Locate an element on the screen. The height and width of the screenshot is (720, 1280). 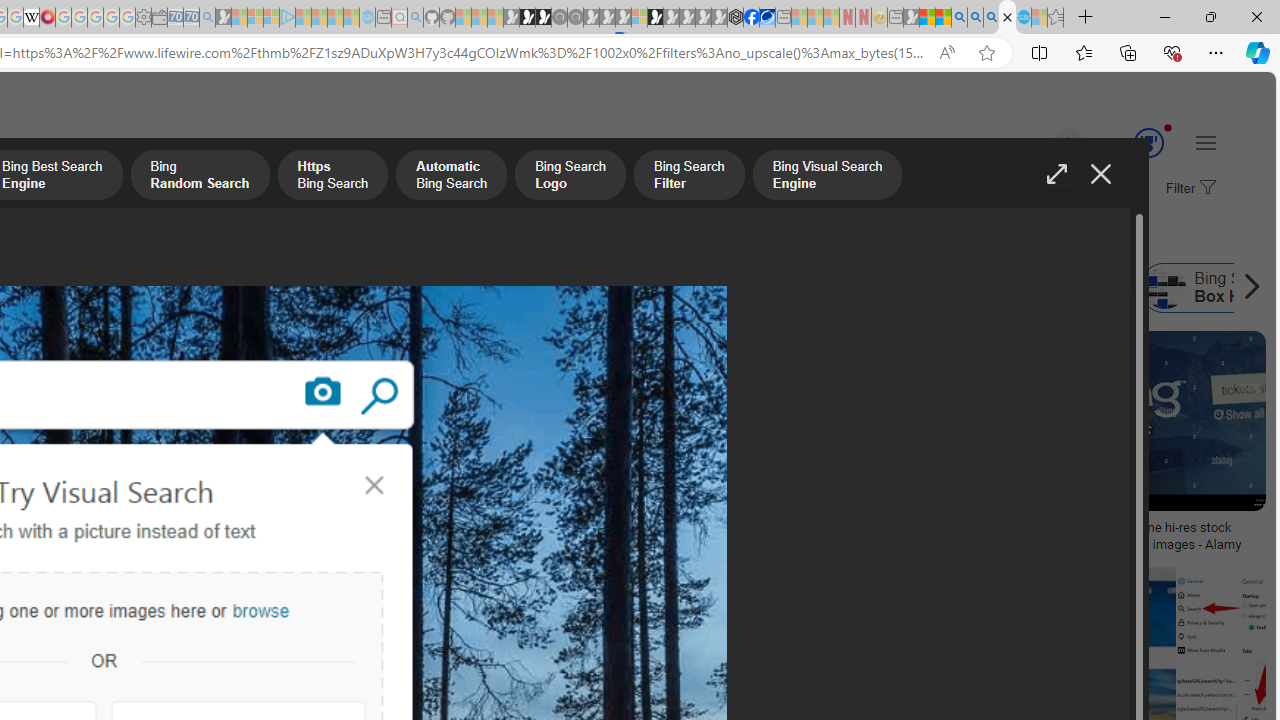
'Future Focus Report 2024 - Sleeping' is located at coordinates (574, 17).